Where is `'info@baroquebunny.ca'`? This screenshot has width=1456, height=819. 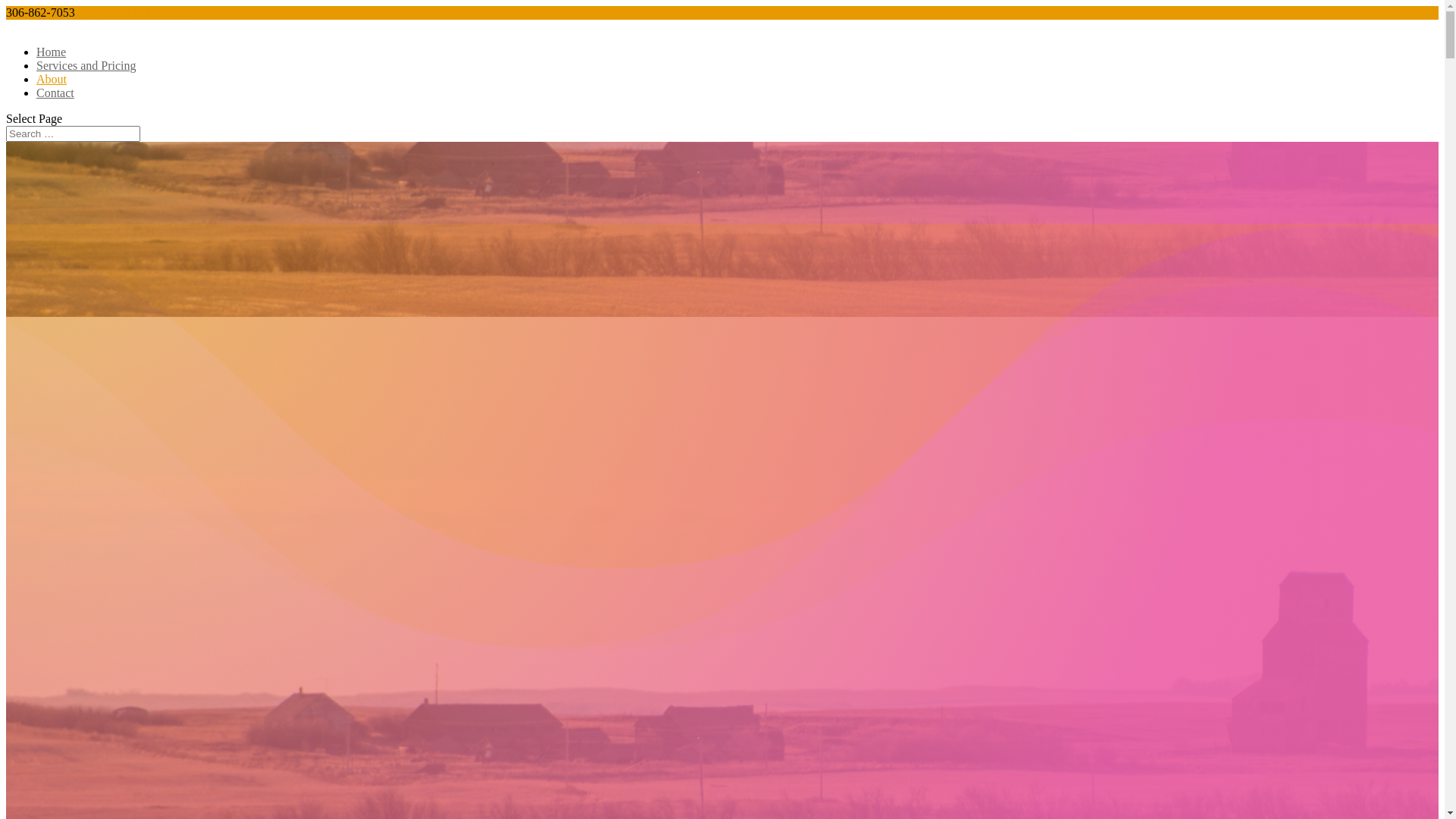 'info@baroquebunny.ca' is located at coordinates (134, 12).